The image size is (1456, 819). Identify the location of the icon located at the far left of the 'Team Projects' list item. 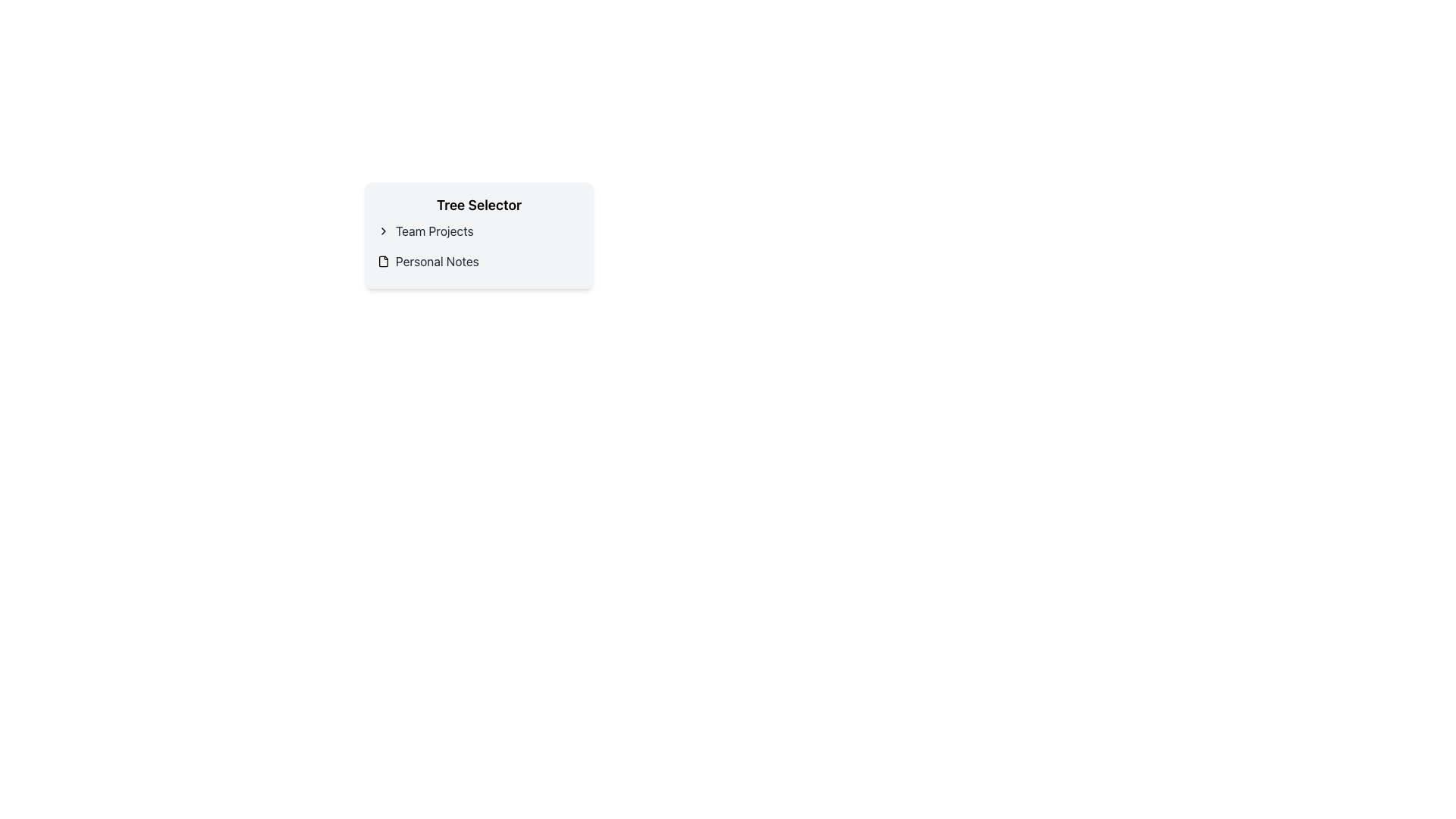
(383, 231).